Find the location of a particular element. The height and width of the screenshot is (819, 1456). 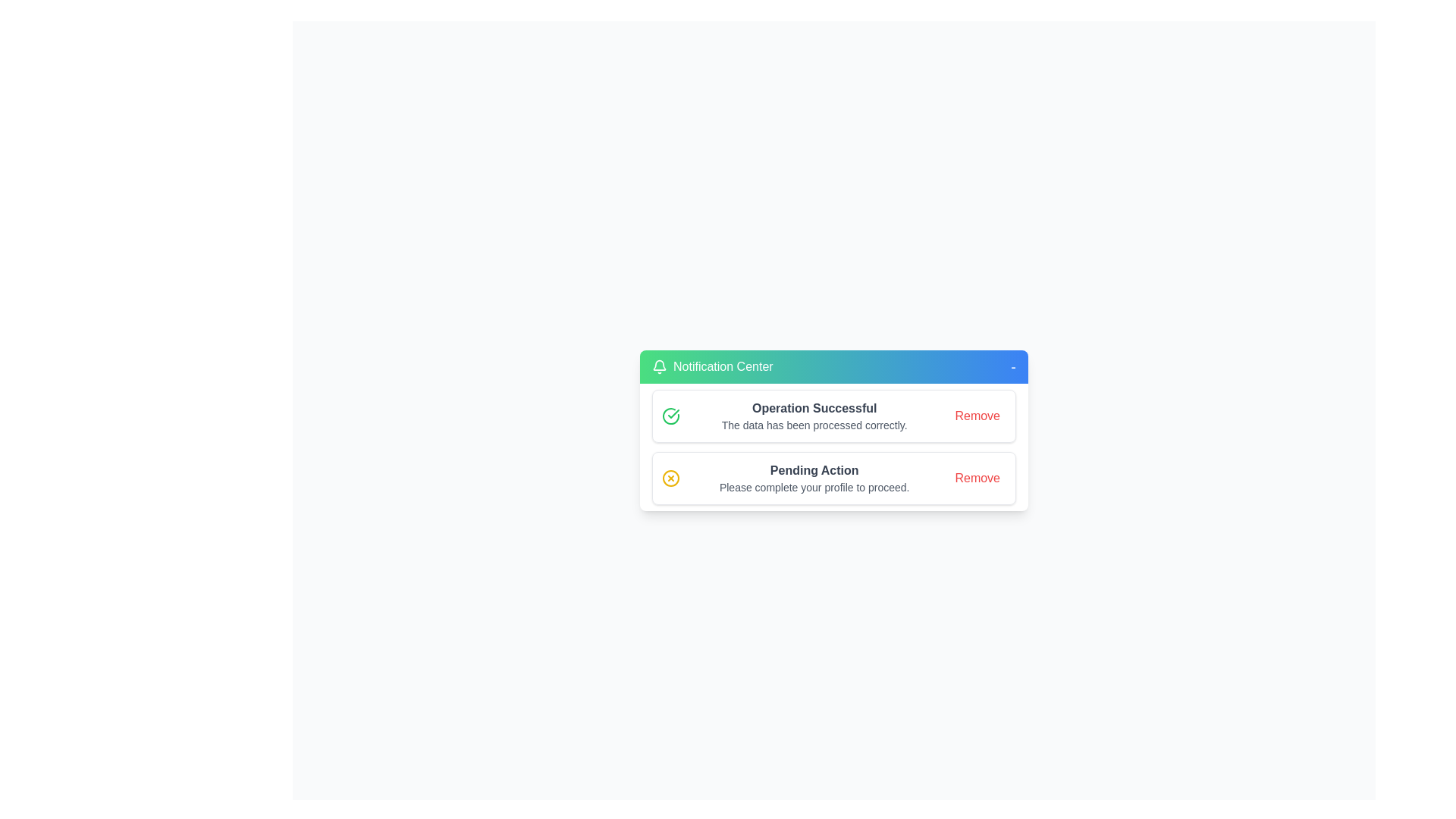

title and description of the second notification card in the 'Notification Center' that informs the user to complete their profile is located at coordinates (833, 479).